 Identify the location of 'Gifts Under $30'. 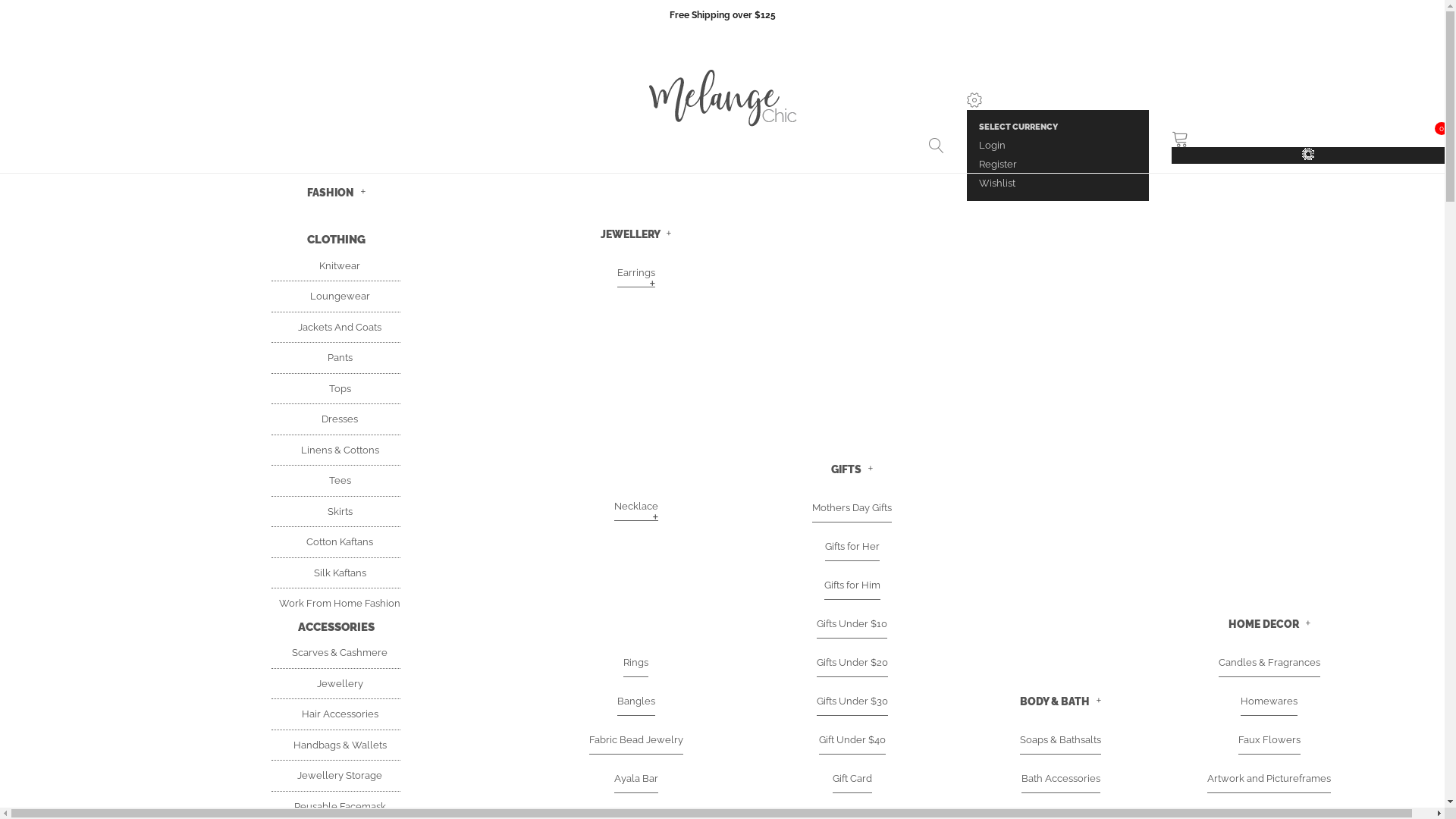
(852, 701).